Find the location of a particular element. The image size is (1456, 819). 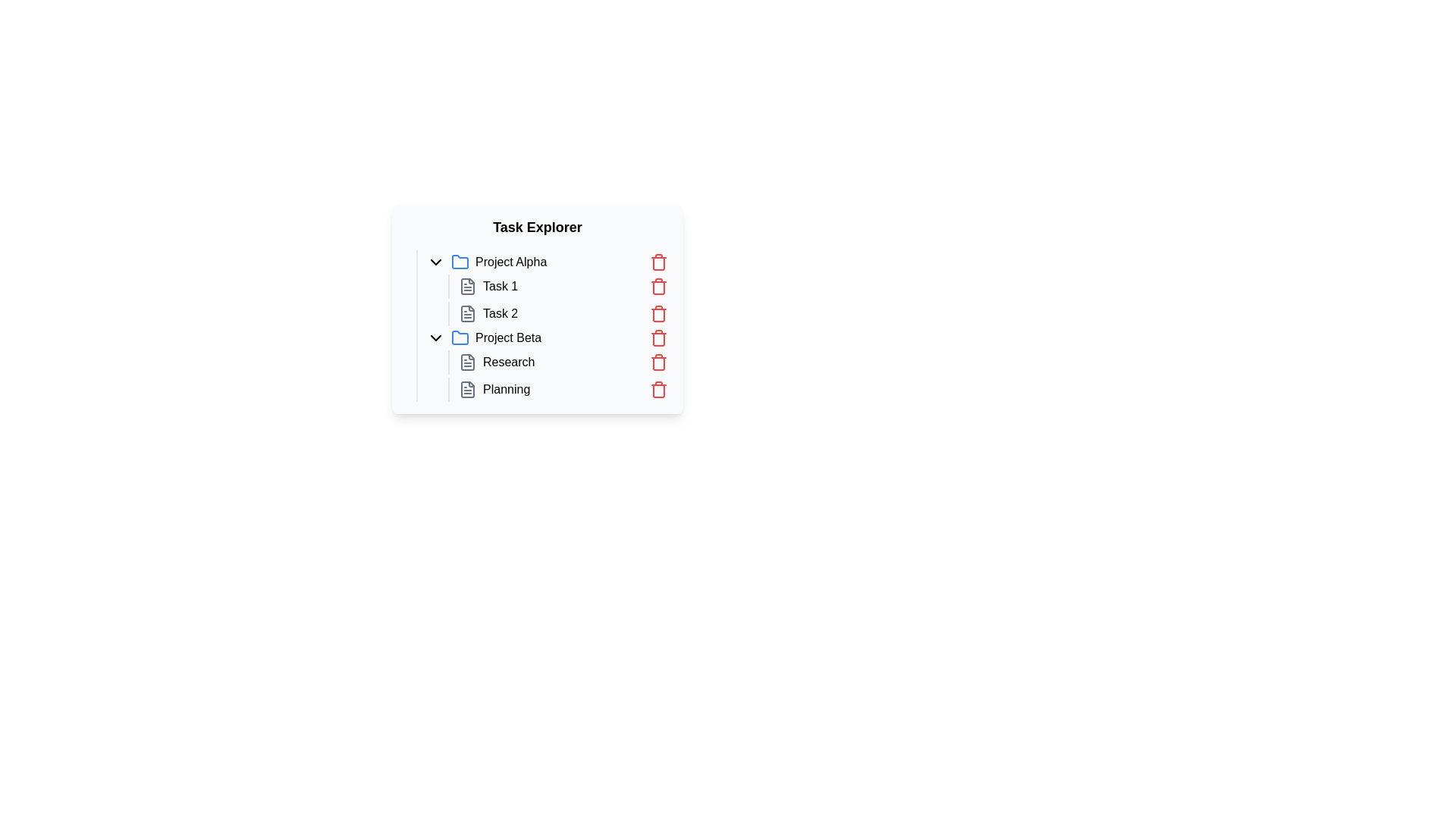

the trash icon element, which represents the body of a trash icon for delete functionality is located at coordinates (658, 363).